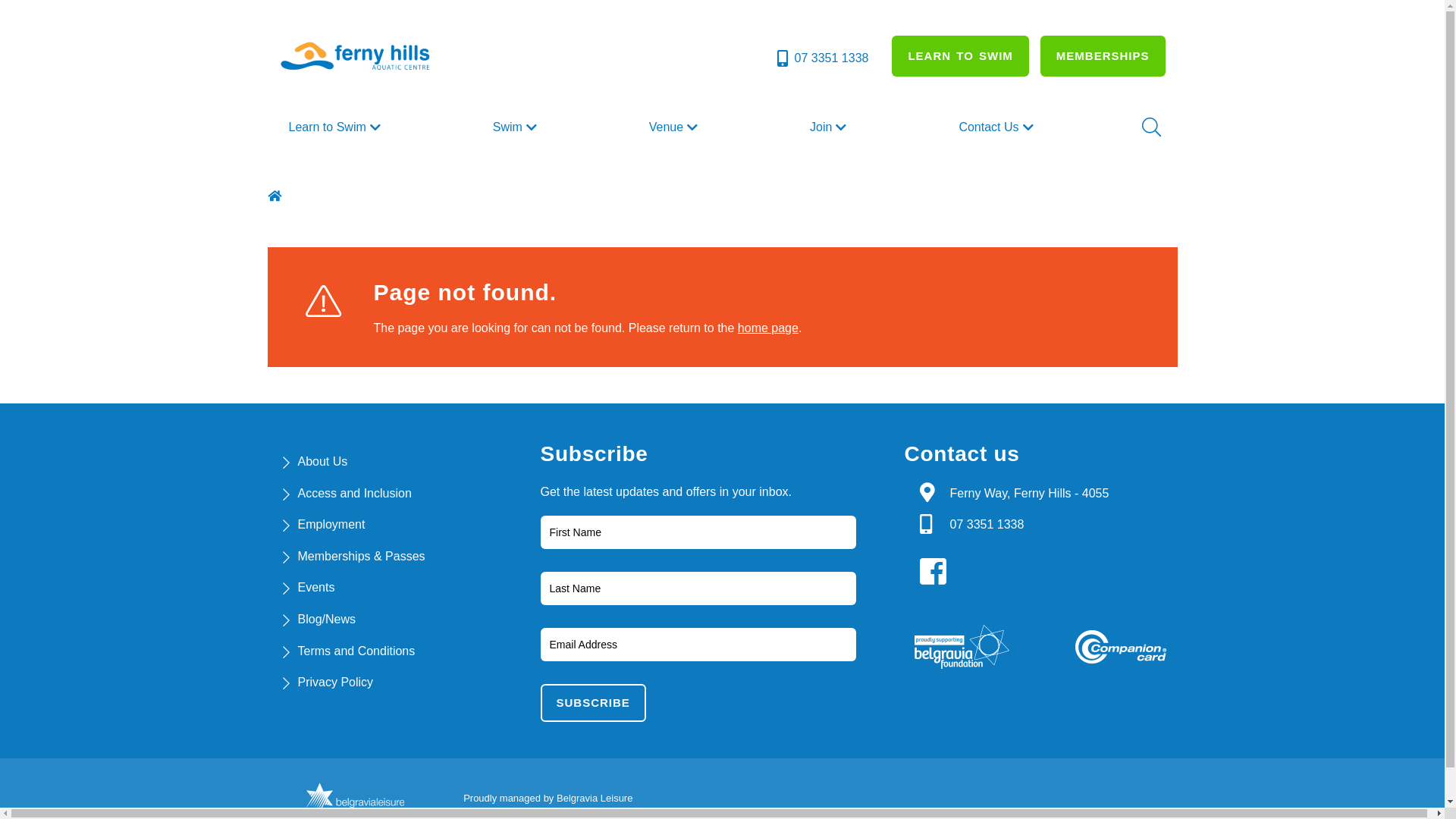 This screenshot has height=819, width=1456. I want to click on 'Memberships & Passes', so click(297, 556).